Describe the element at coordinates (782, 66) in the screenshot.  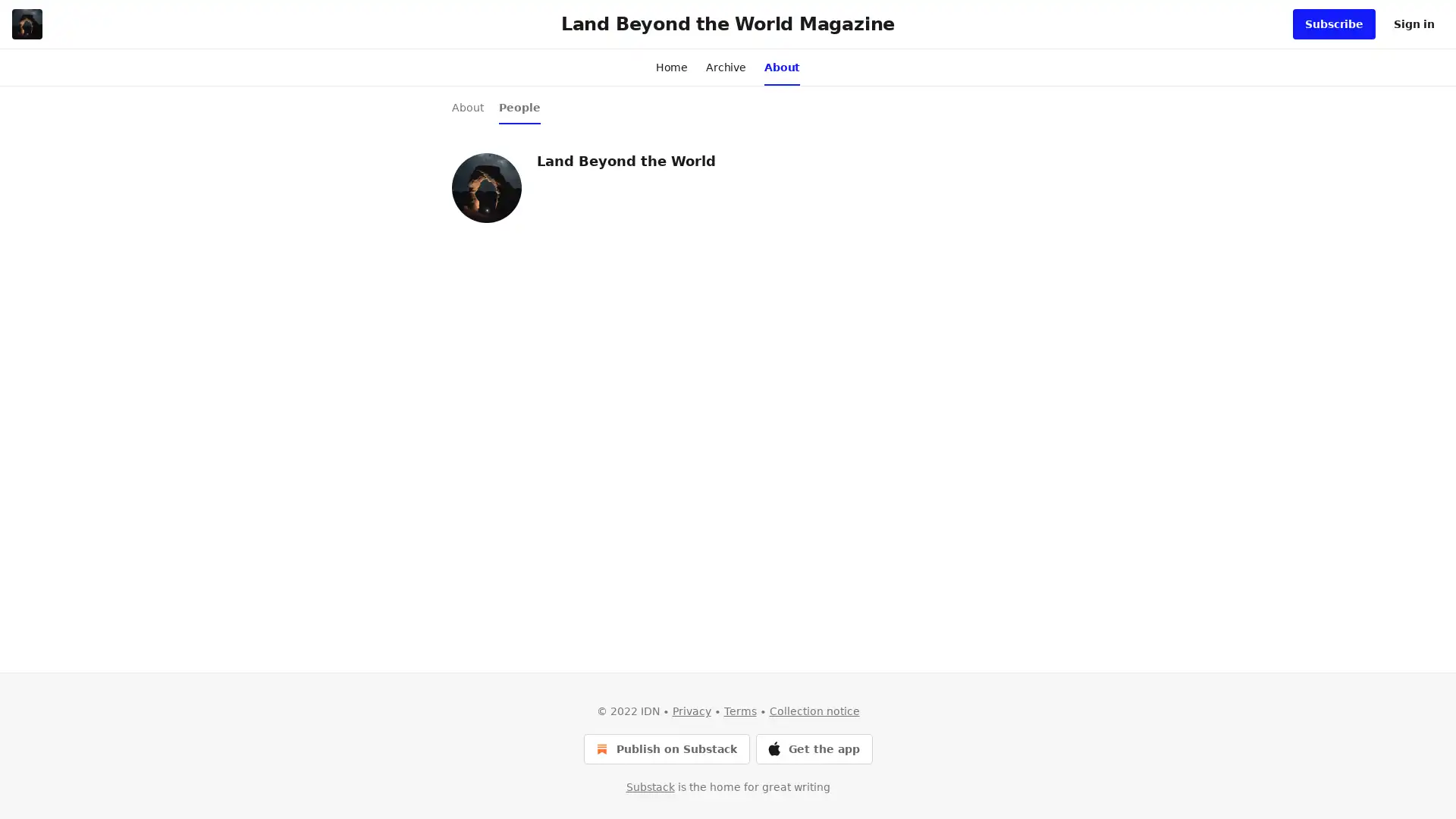
I see `About` at that location.